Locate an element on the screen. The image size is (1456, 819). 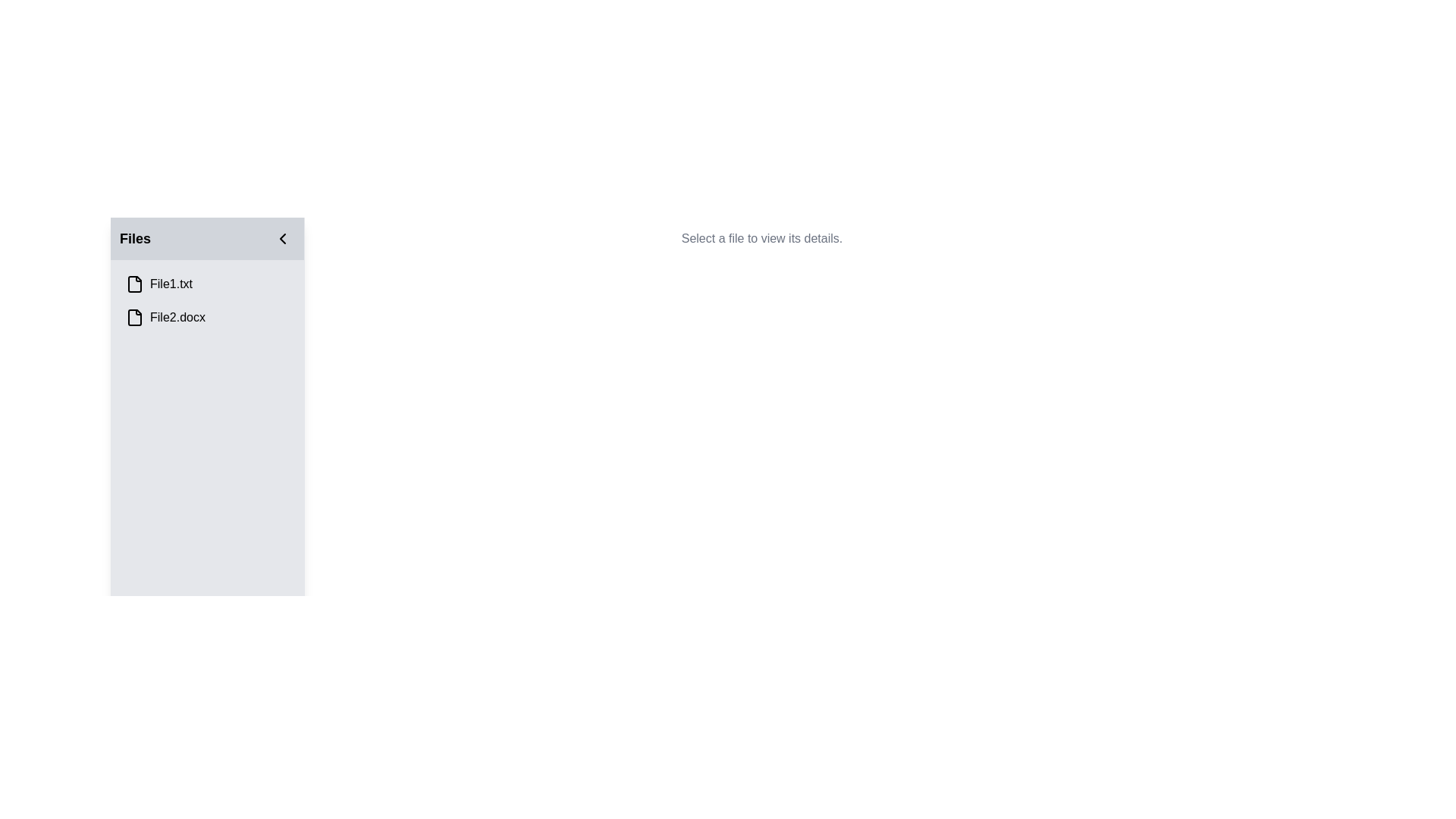
the text label displaying 'Files' in bold and large font, located in the top-left corner of the gray panel area is located at coordinates (135, 239).